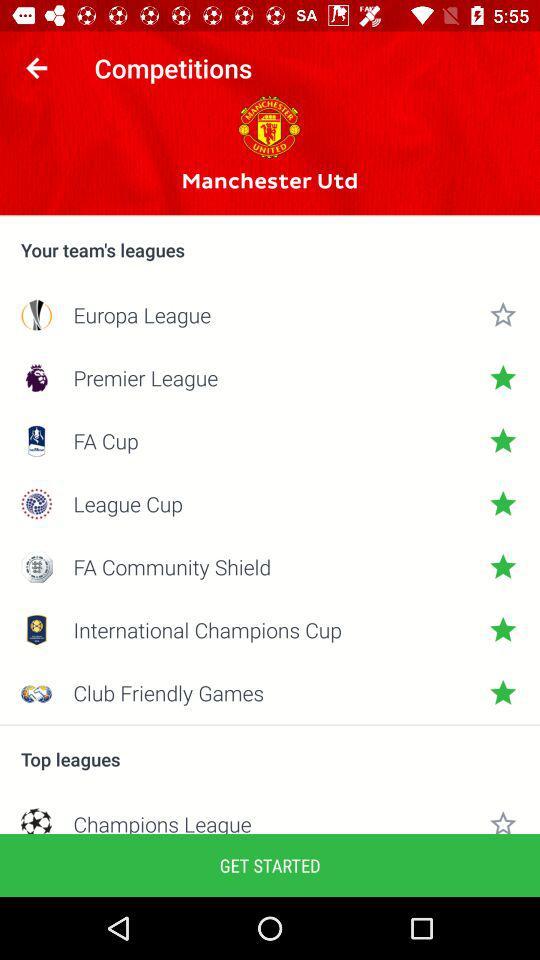 The height and width of the screenshot is (960, 540). What do you see at coordinates (270, 376) in the screenshot?
I see `the icon above the fa cup icon` at bounding box center [270, 376].